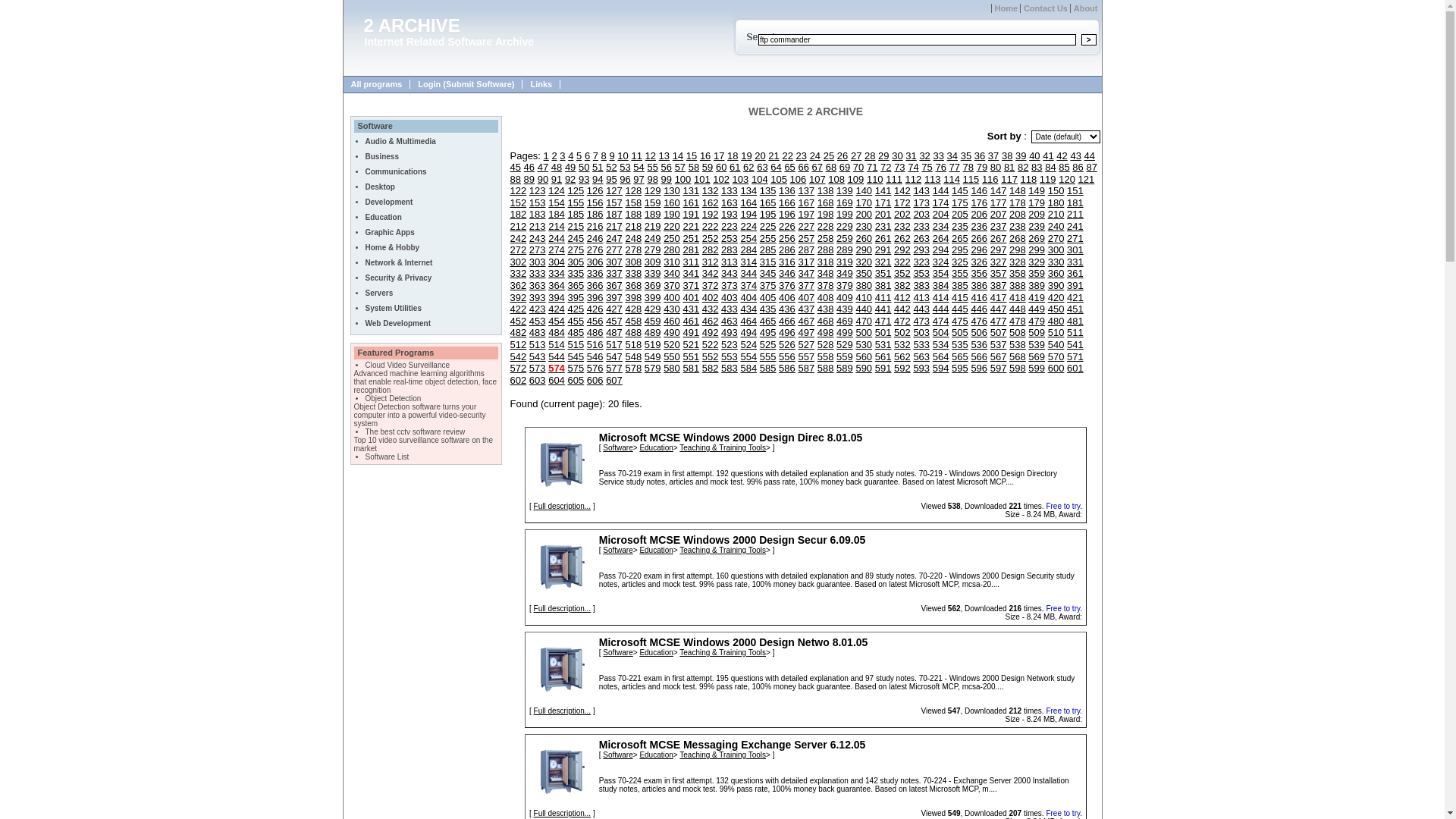  I want to click on '252', so click(709, 238).